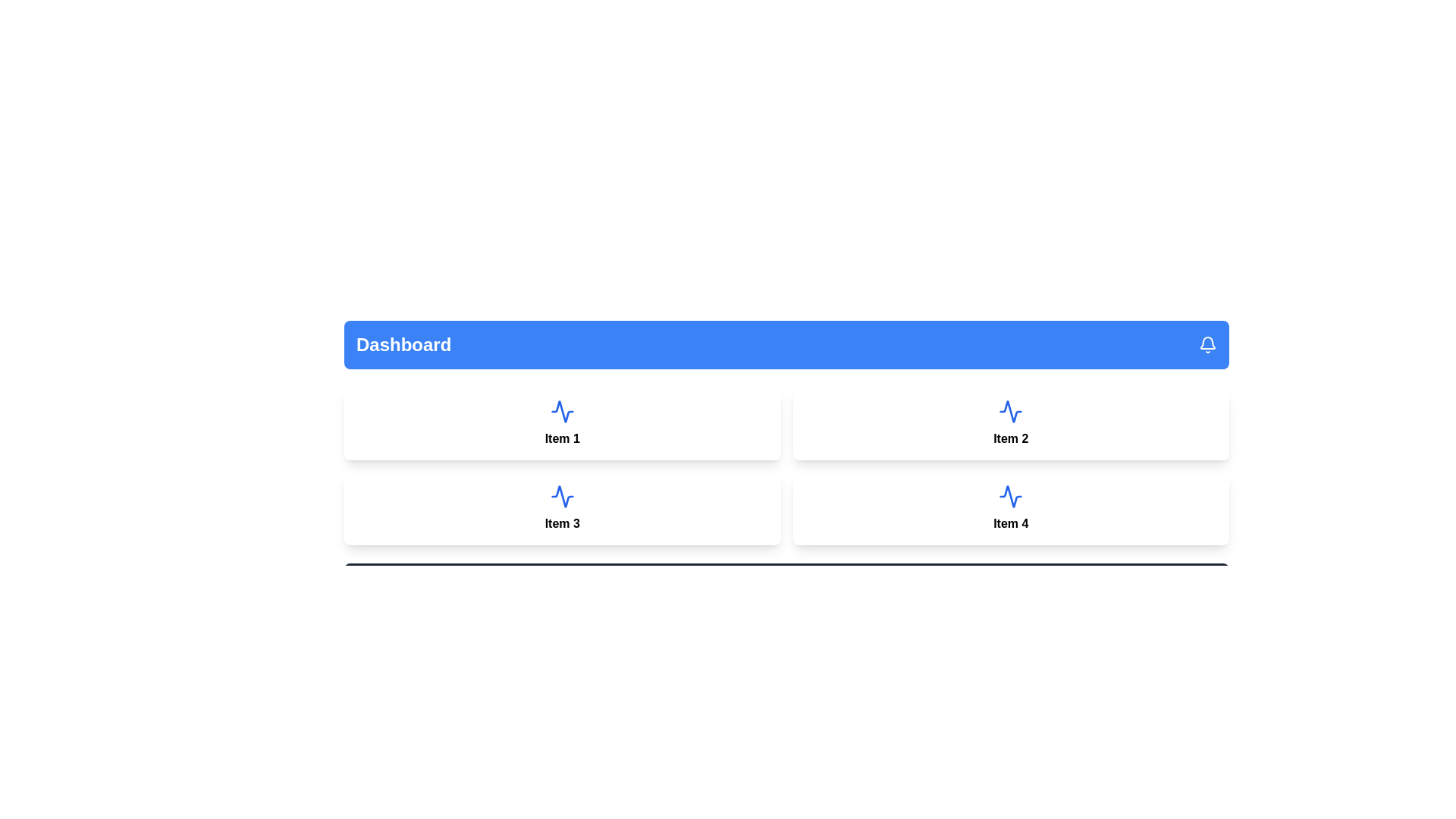  Describe the element at coordinates (561, 509) in the screenshot. I see `information presented in the third card labeled 'Item 3' located in the bottom-left position of the grid layout` at that location.